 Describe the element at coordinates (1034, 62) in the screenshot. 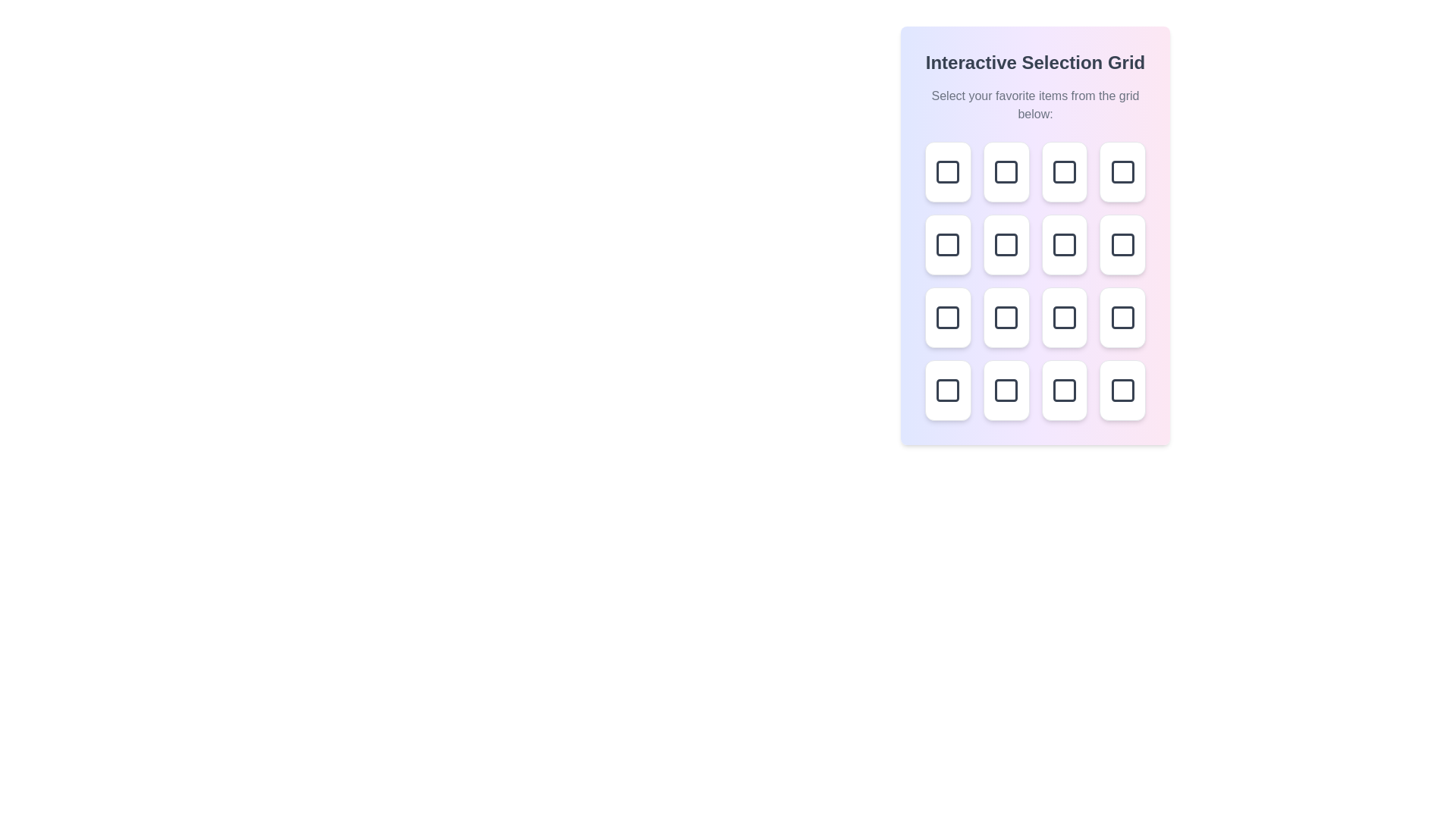

I see `the heading text element that introduces the content of the interactive selection grid to trigger any potential hover effects` at that location.